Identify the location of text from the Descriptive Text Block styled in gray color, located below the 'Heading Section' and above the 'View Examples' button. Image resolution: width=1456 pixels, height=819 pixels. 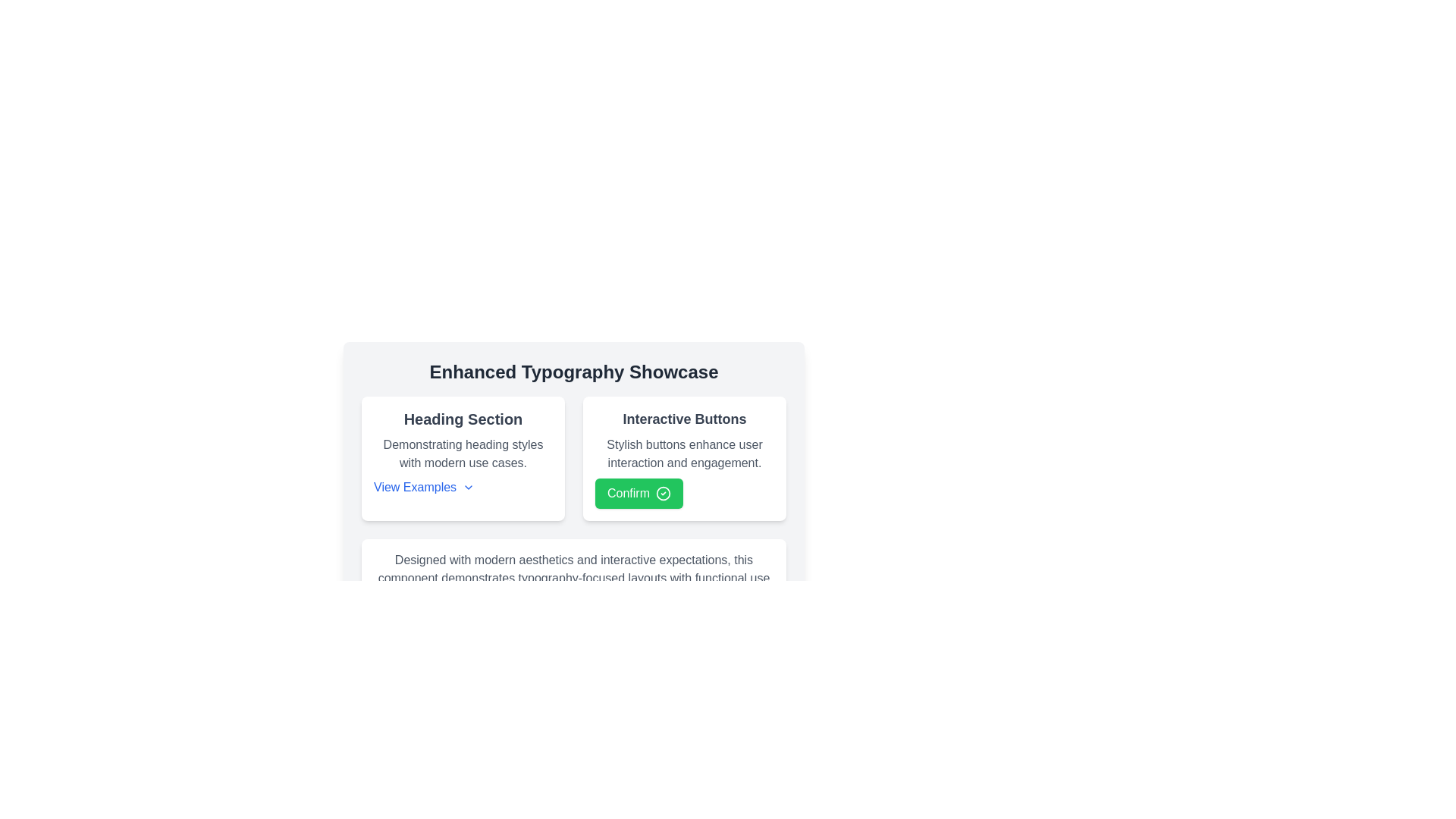
(462, 453).